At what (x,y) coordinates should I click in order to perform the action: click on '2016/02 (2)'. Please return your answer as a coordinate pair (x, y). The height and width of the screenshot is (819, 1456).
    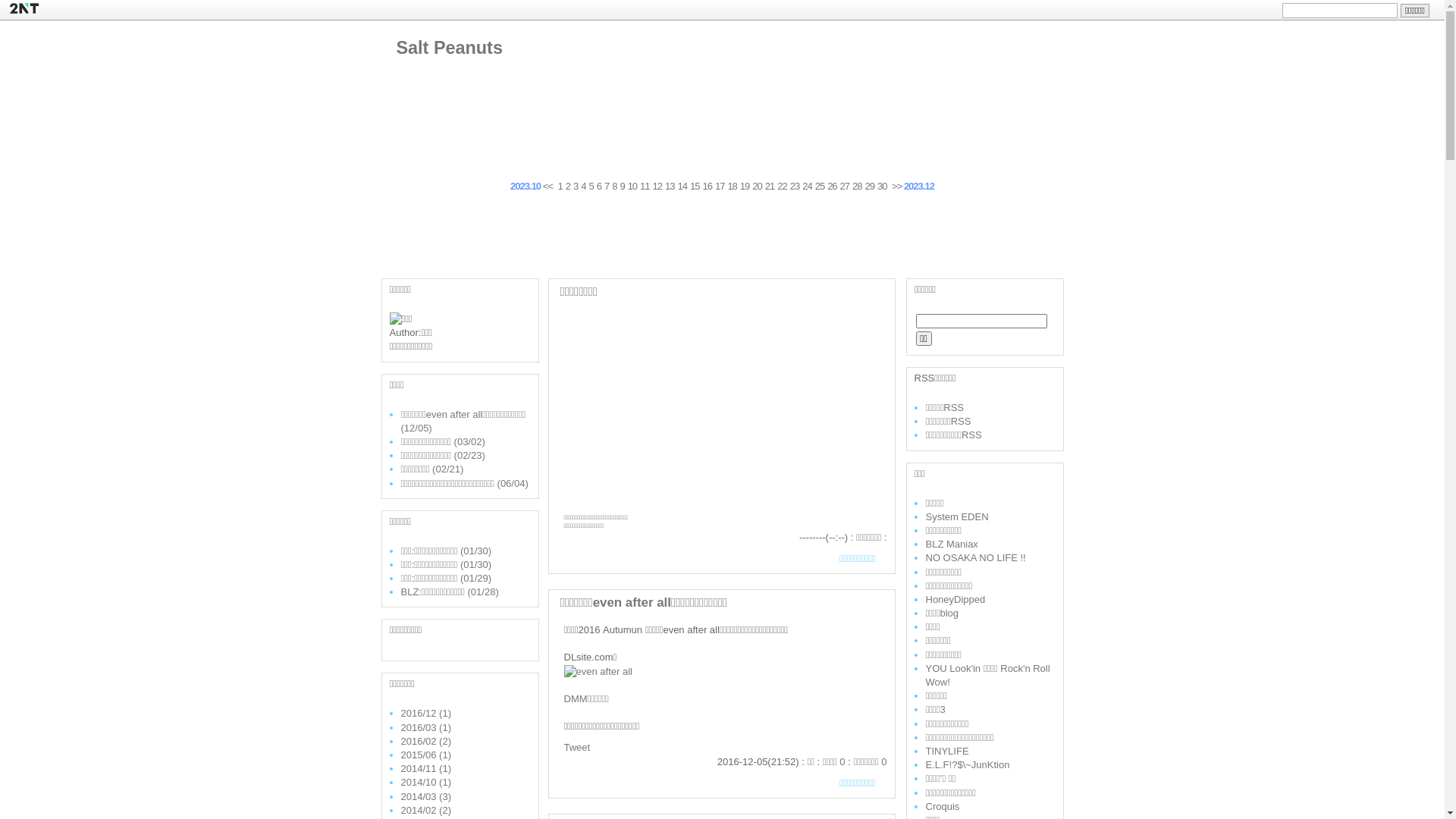
    Looking at the image, I should click on (425, 740).